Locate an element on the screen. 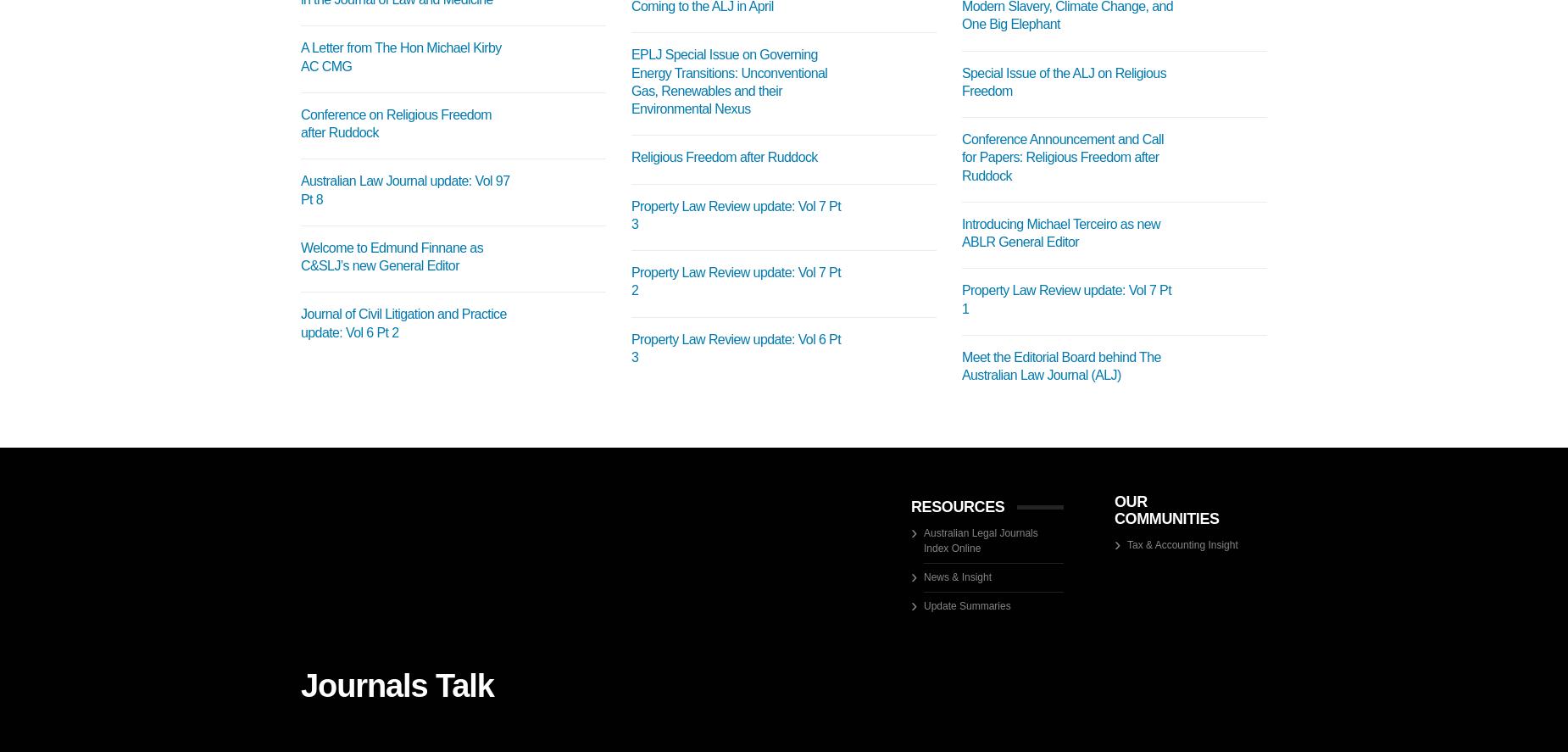 The width and height of the screenshot is (1568, 752). 'EPLJ Special Issue on Governing Energy Transitions: Unconventional Gas, Renewables and their Environmental Nexus' is located at coordinates (729, 81).